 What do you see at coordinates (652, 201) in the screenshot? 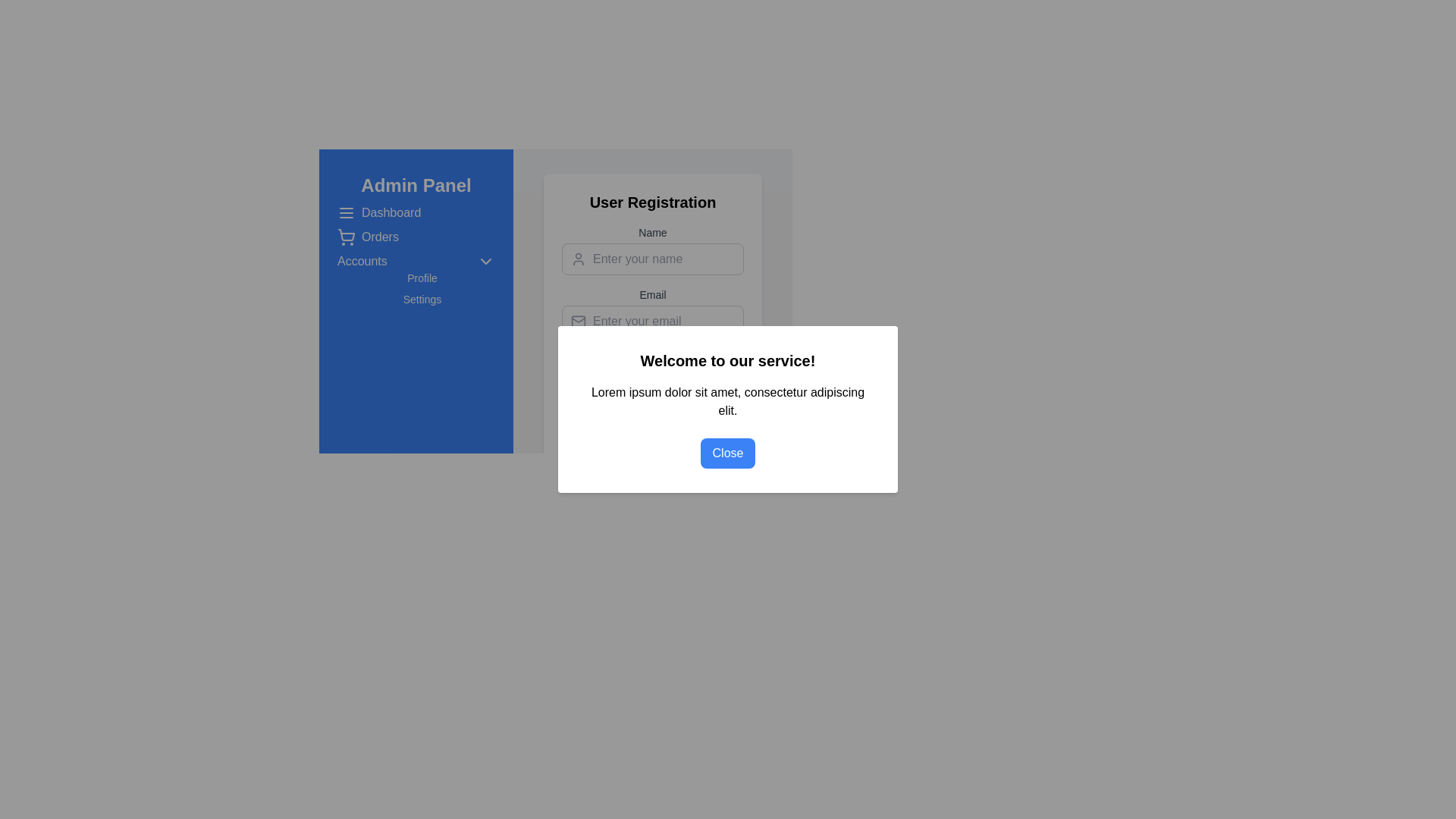
I see `the 'User Registration' text header, which is a bold and large font element positioned at the top of the modal, serving as the title for the form section` at bounding box center [652, 201].